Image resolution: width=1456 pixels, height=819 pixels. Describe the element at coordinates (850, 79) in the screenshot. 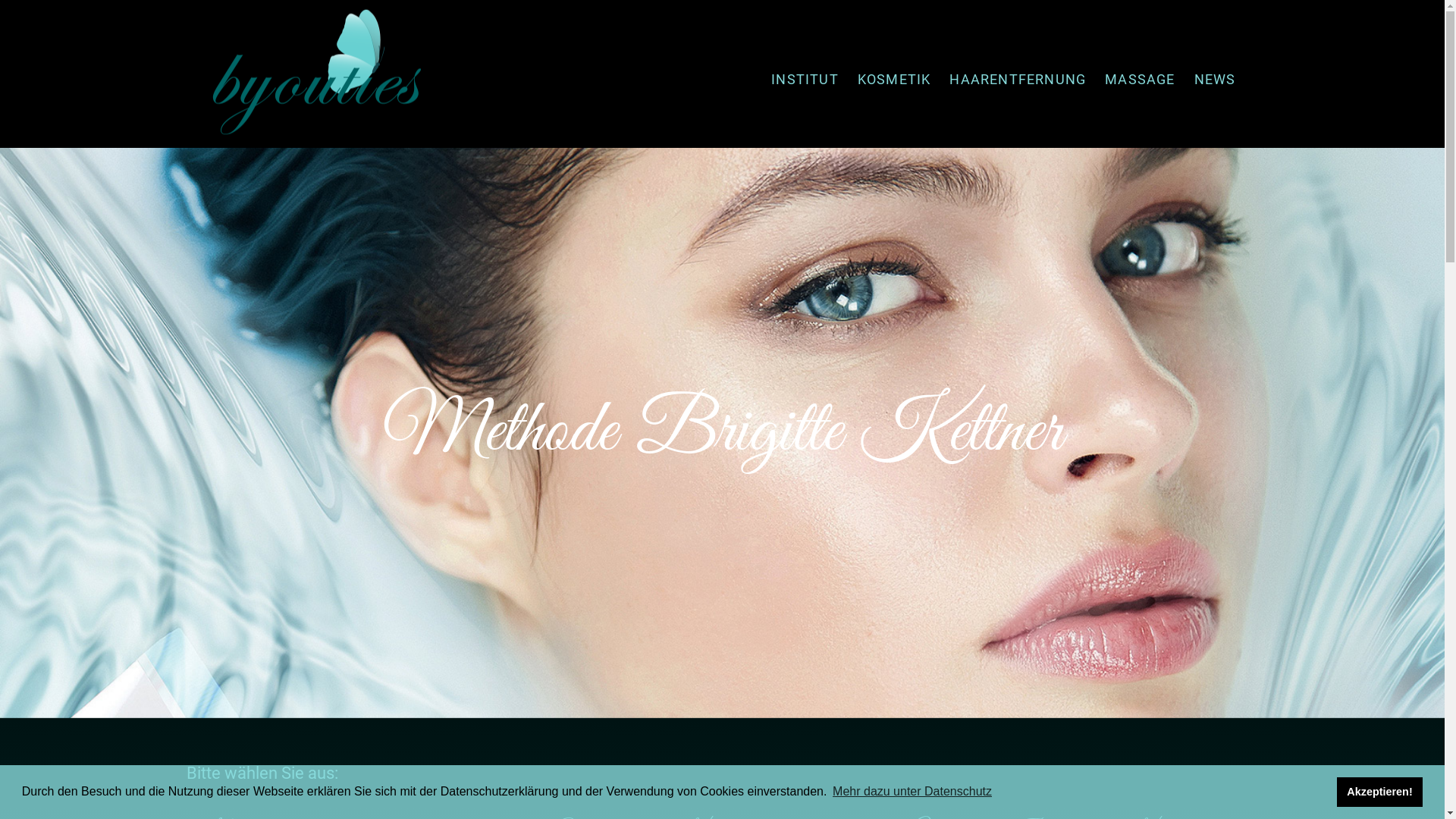

I see `'KOSMETIK'` at that location.